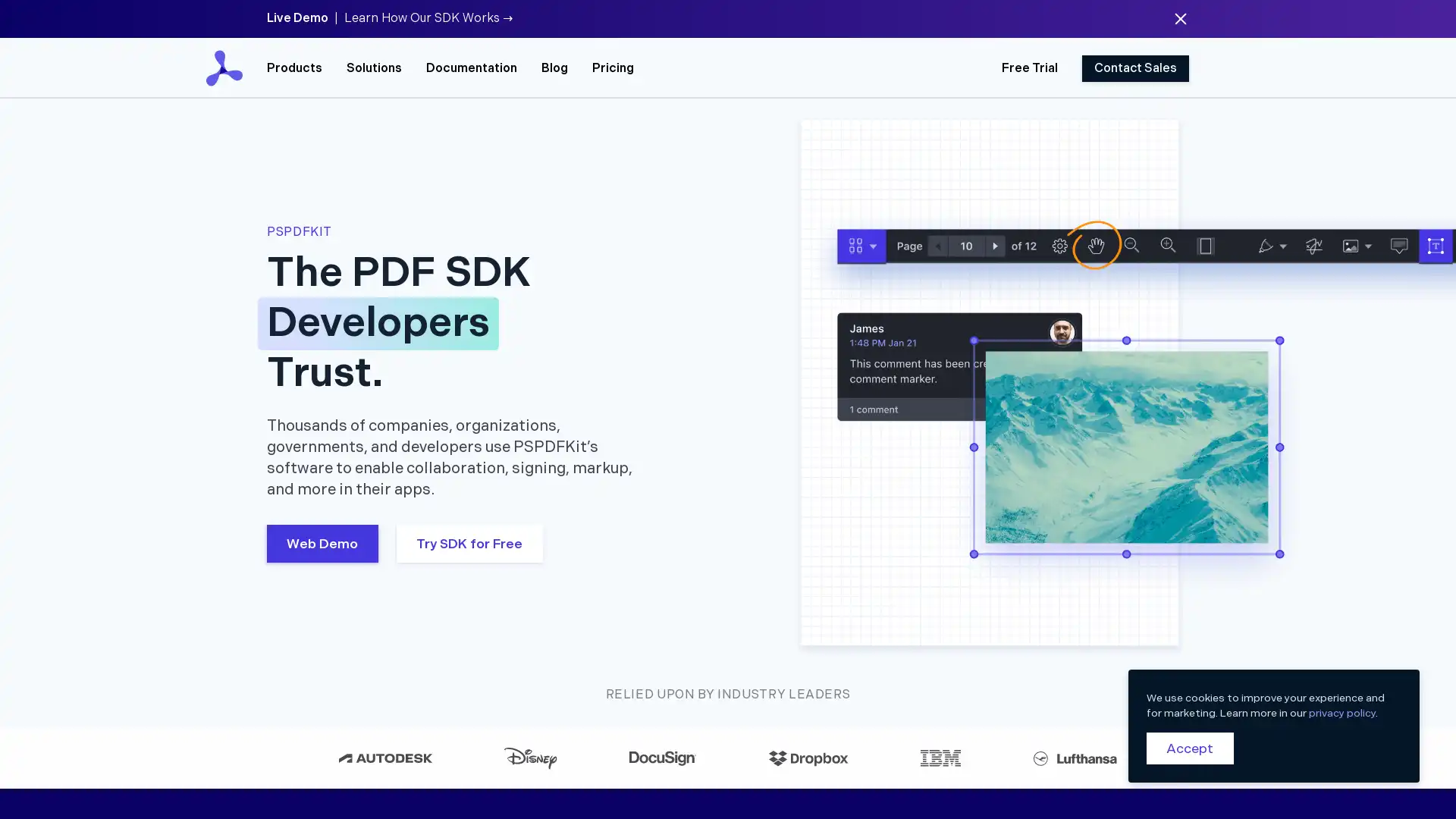 The image size is (1456, 819). I want to click on Accept, so click(1189, 748).